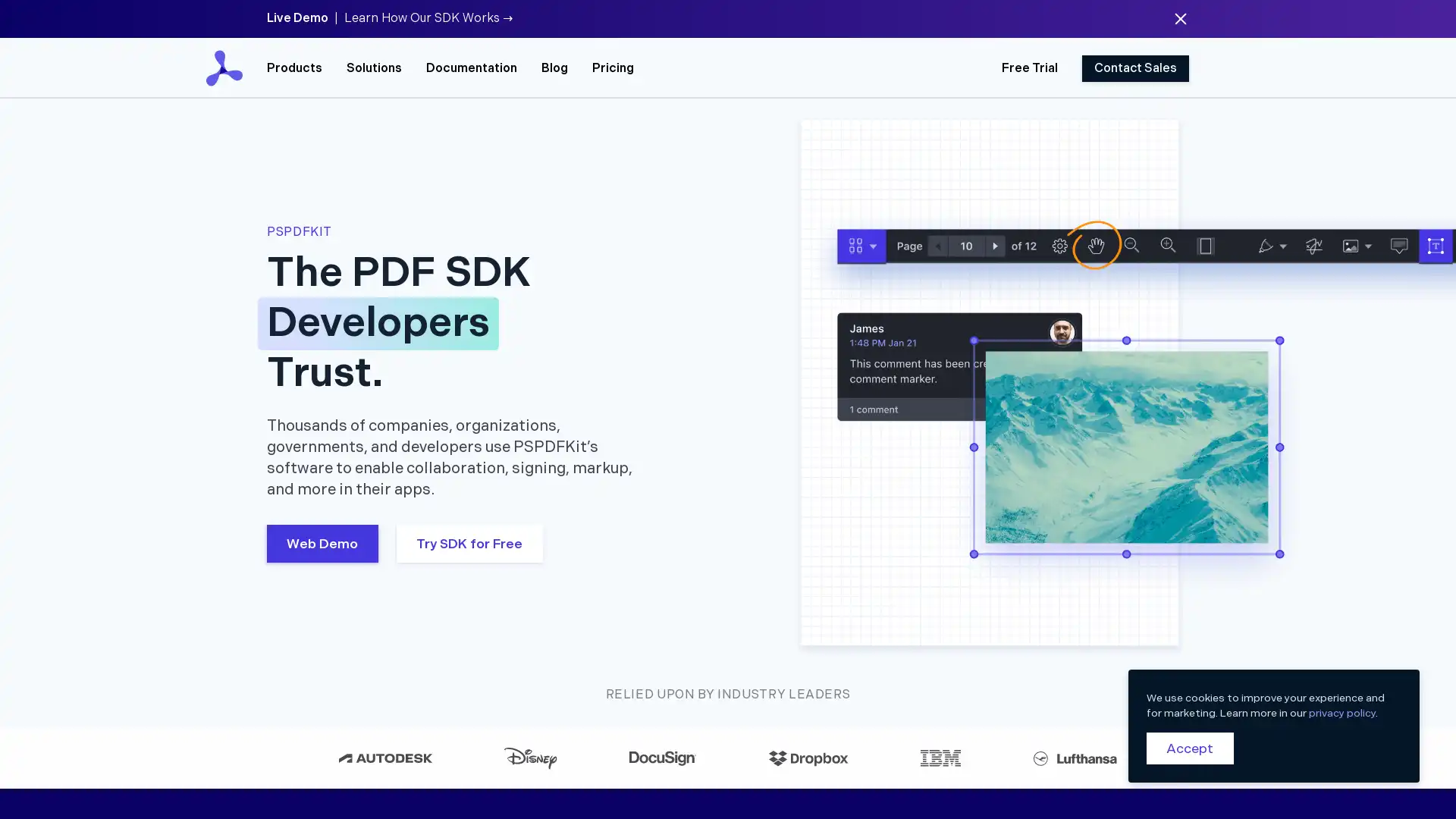 The image size is (1456, 819). I want to click on Accept, so click(1189, 748).